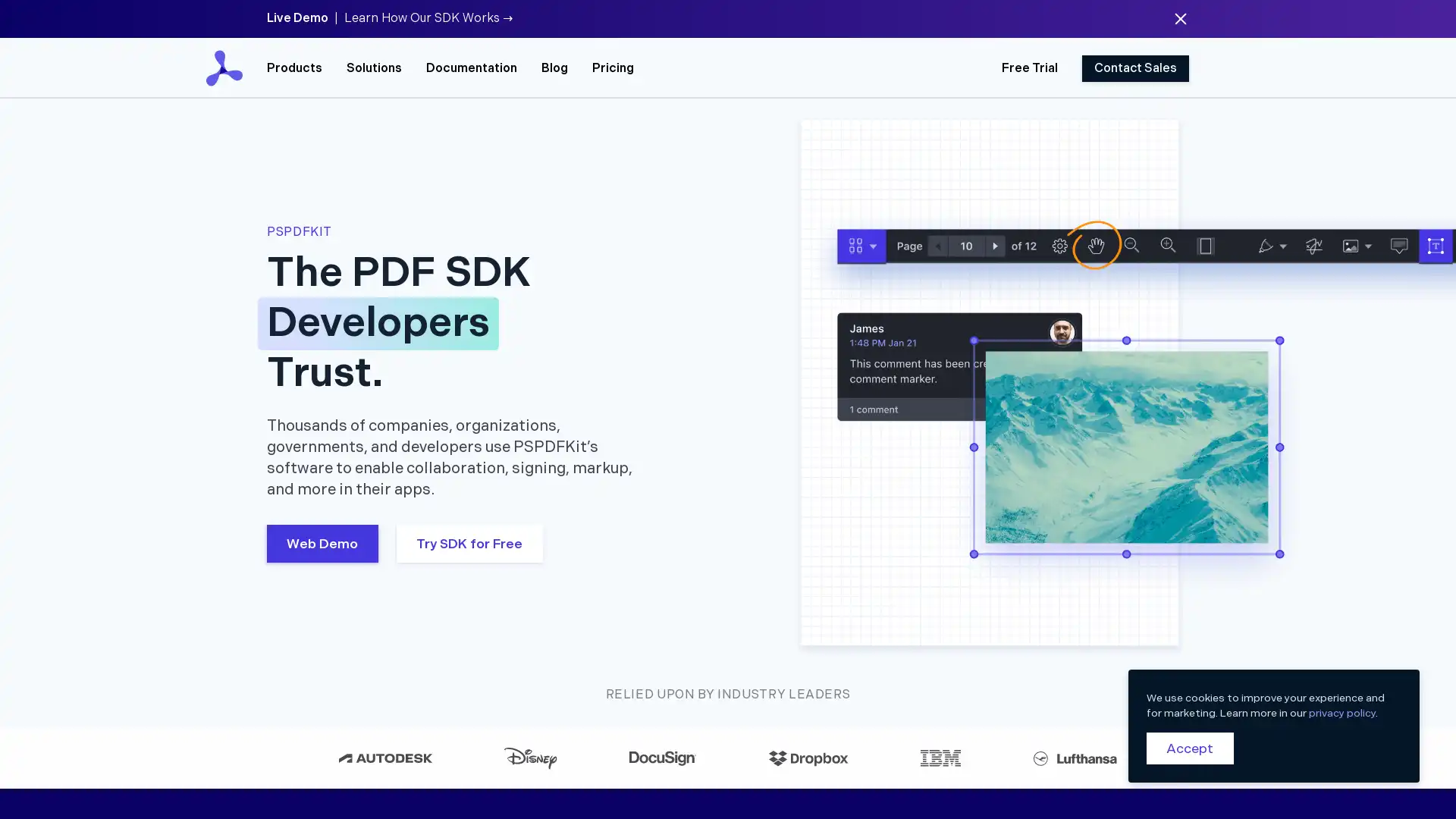 The image size is (1456, 819). I want to click on Accept, so click(1189, 748).